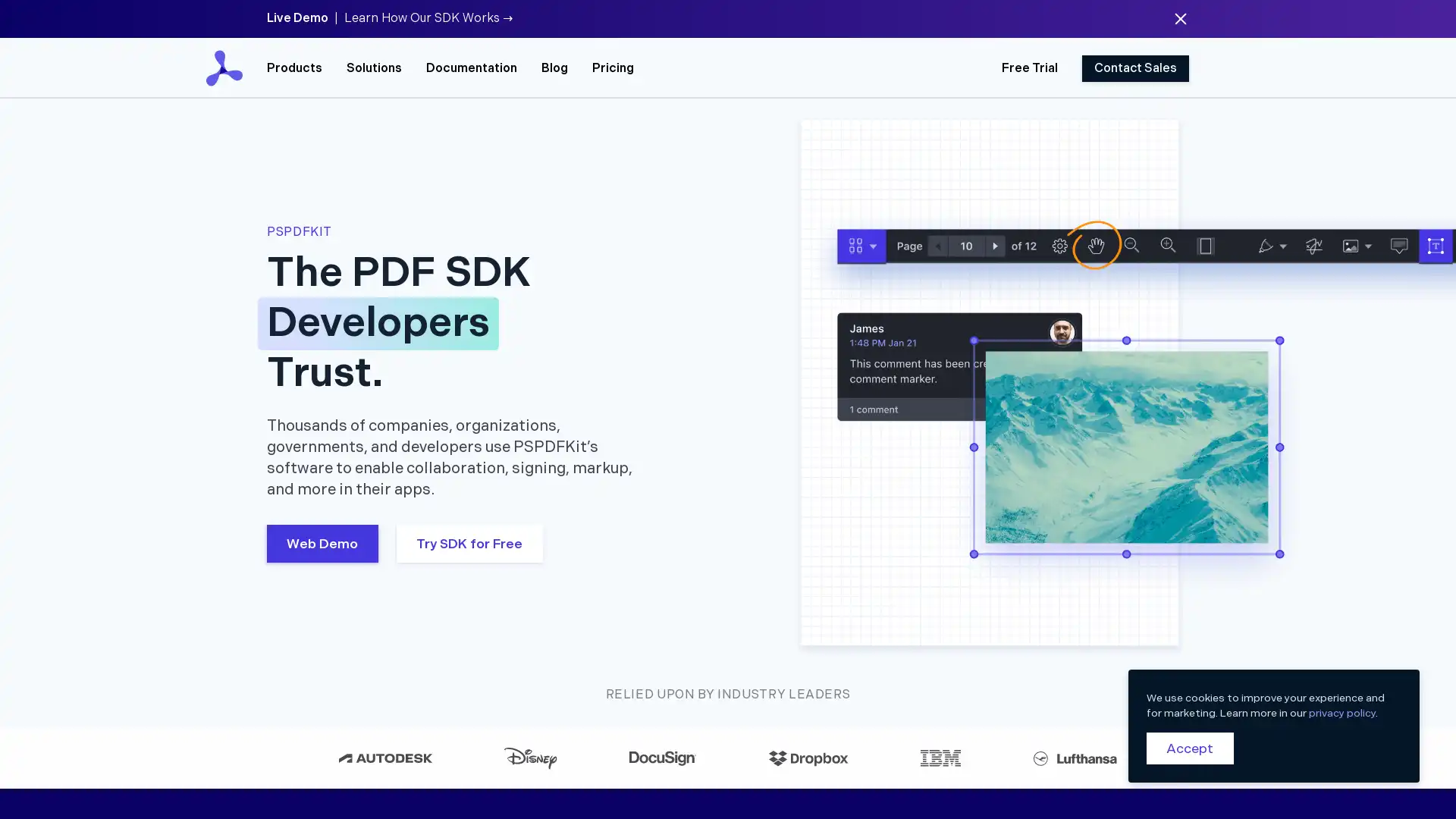 The image size is (1456, 819). I want to click on Accept, so click(1189, 748).